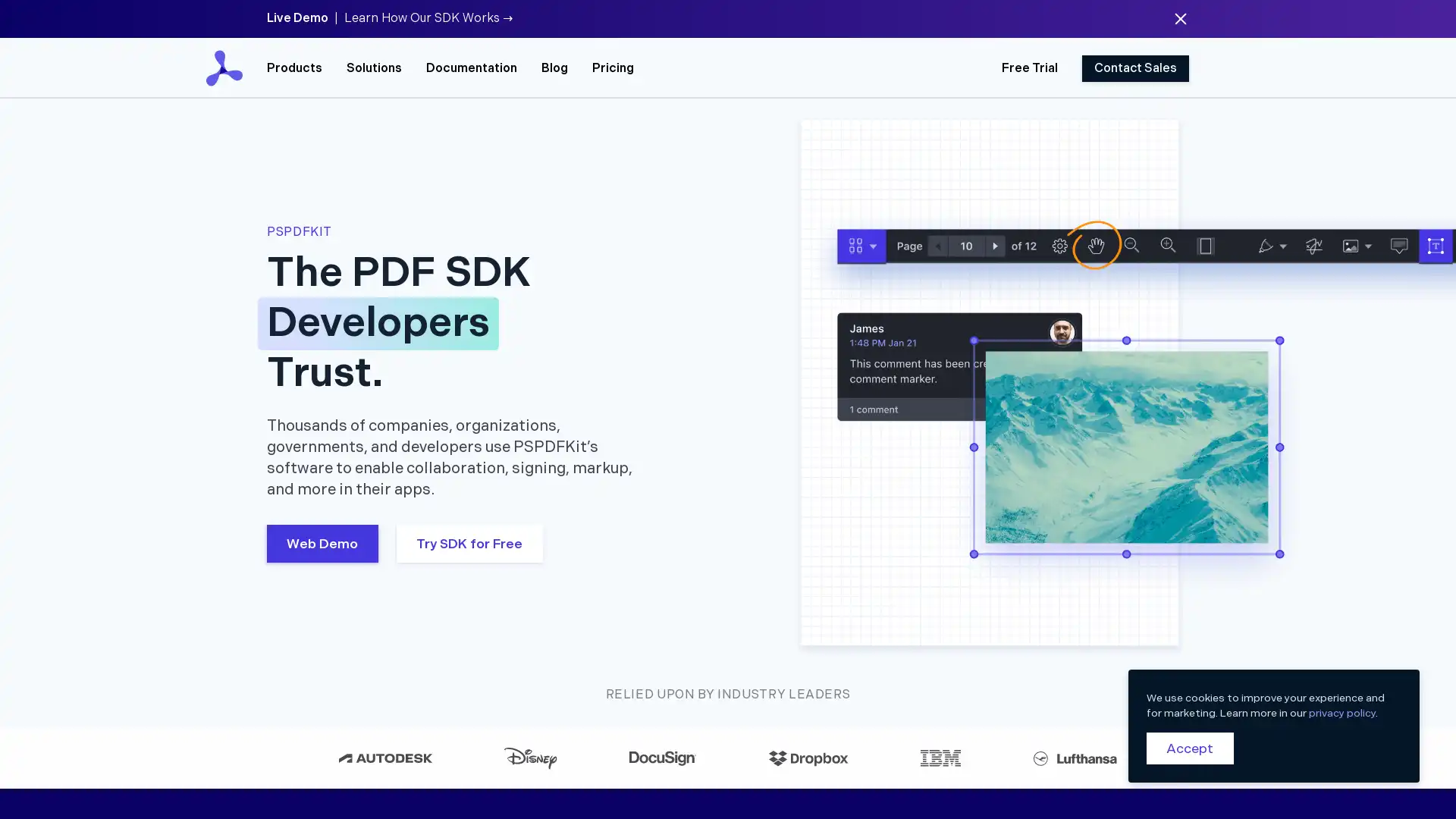 The image size is (1456, 819). I want to click on Accept, so click(1189, 748).